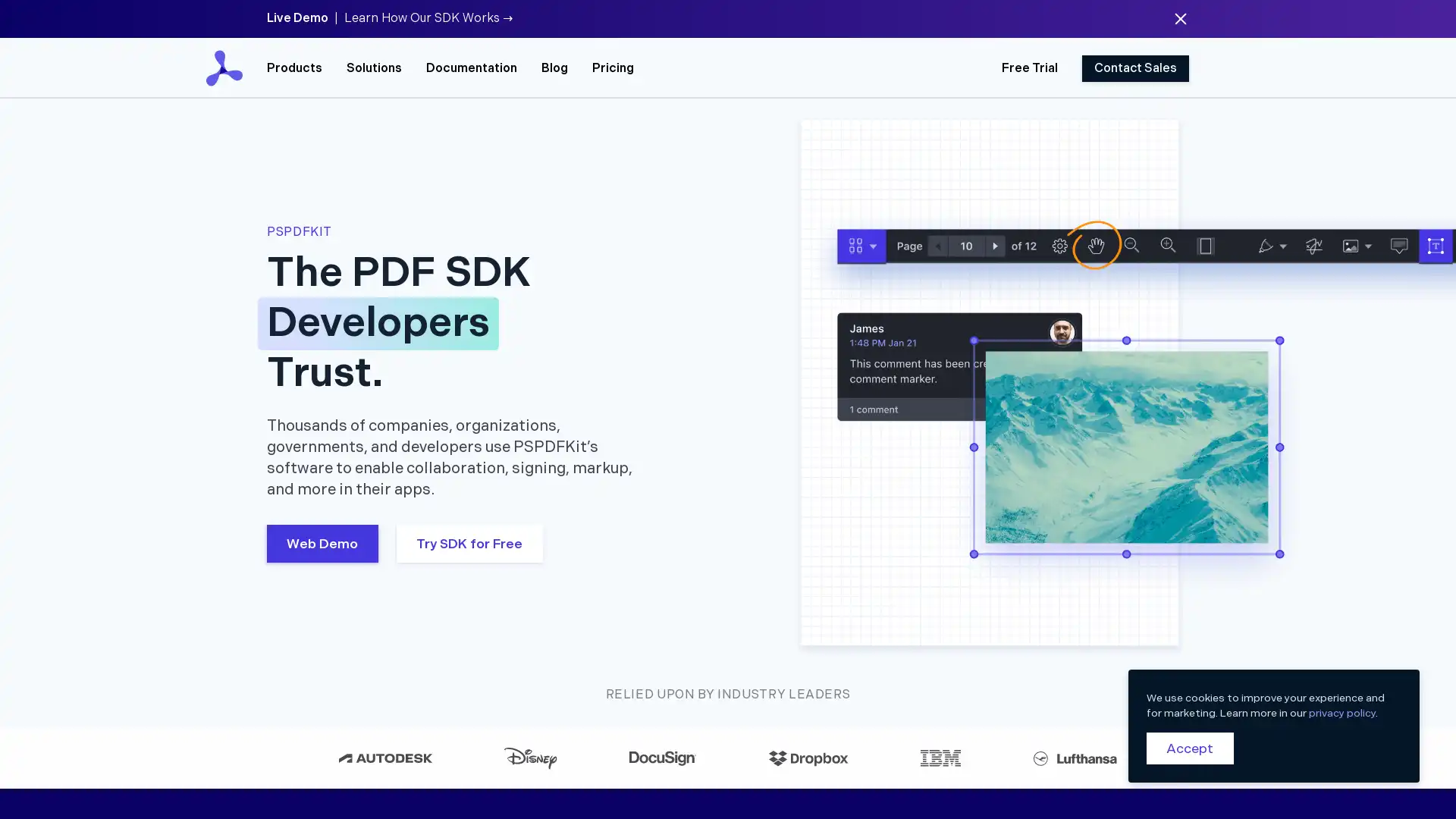 The image size is (1456, 819). I want to click on Accept, so click(1189, 748).